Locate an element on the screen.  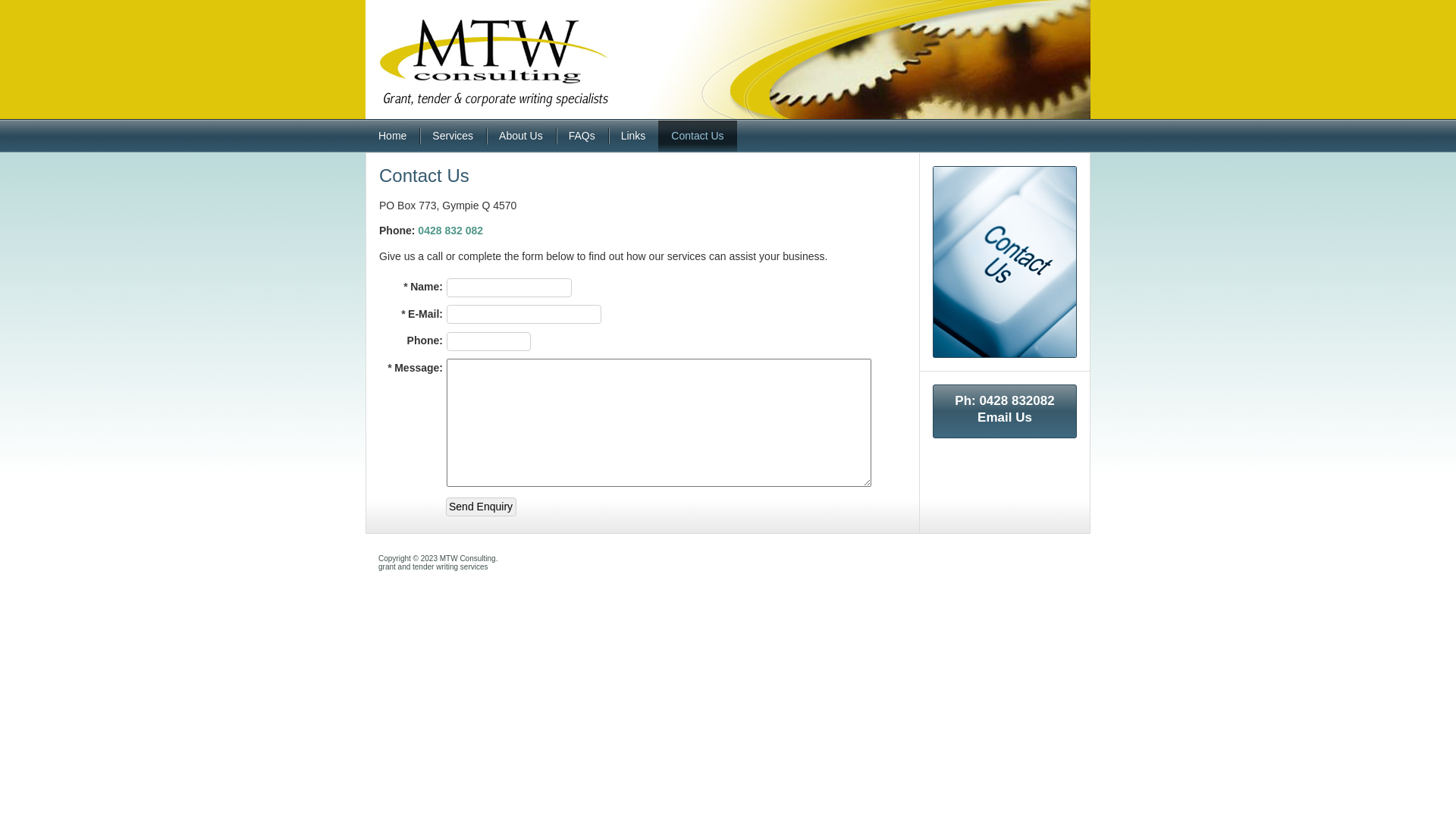
'Home' is located at coordinates (365, 135).